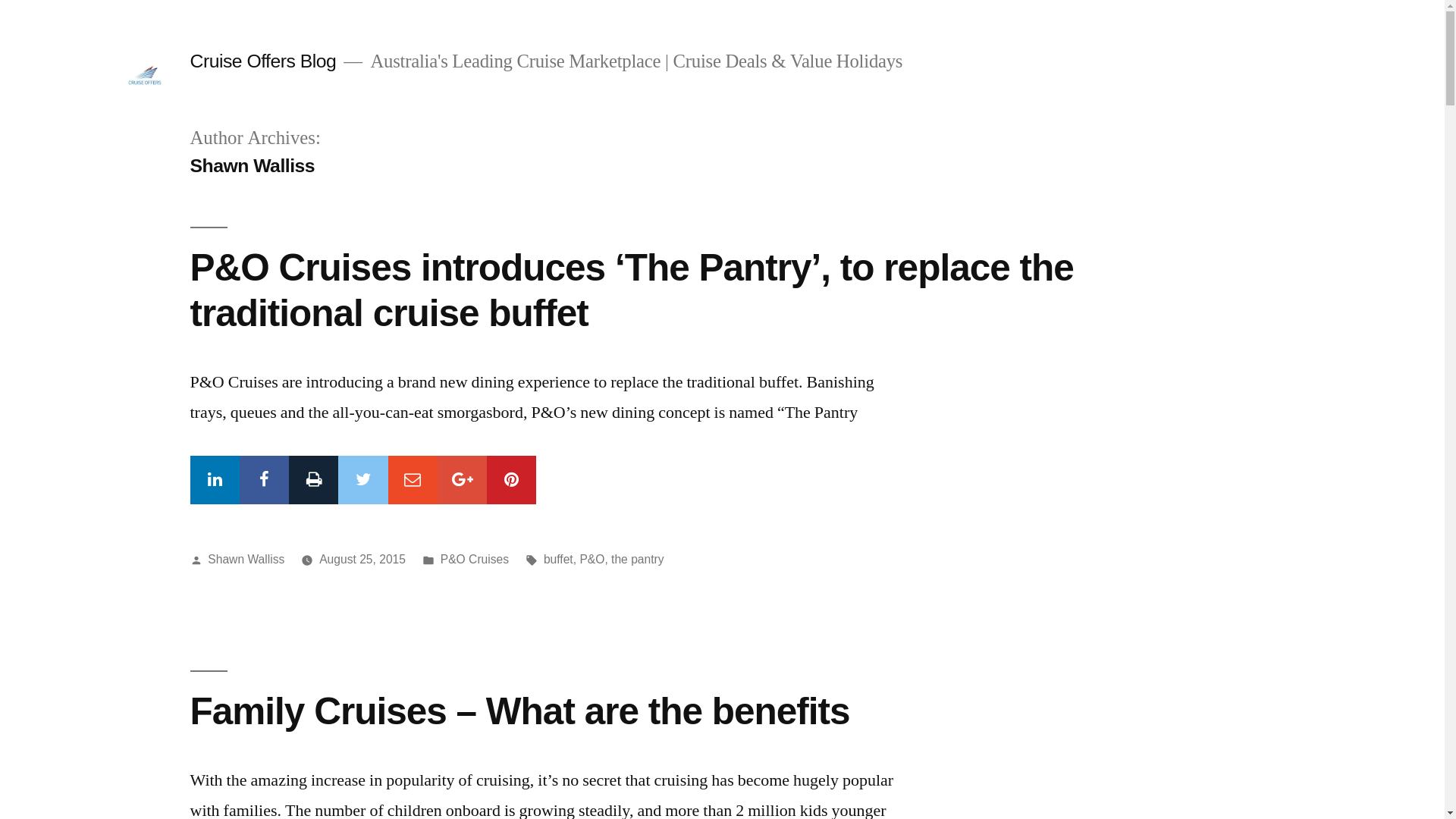  I want to click on 'Twitter', so click(337, 479).